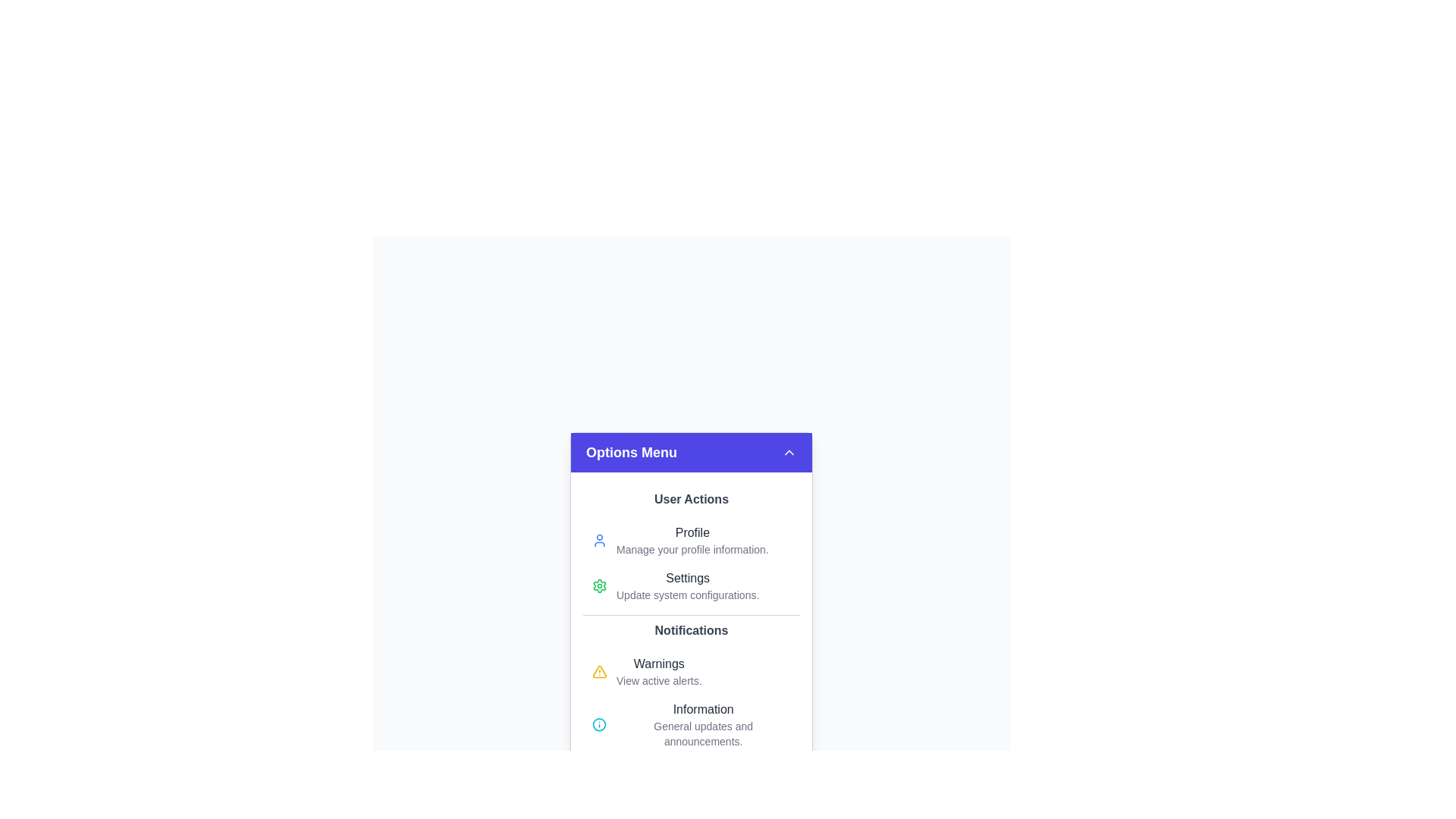 This screenshot has height=819, width=1456. Describe the element at coordinates (691, 452) in the screenshot. I see `the 'Options Menu' dropdown toggle button with a purple background` at that location.